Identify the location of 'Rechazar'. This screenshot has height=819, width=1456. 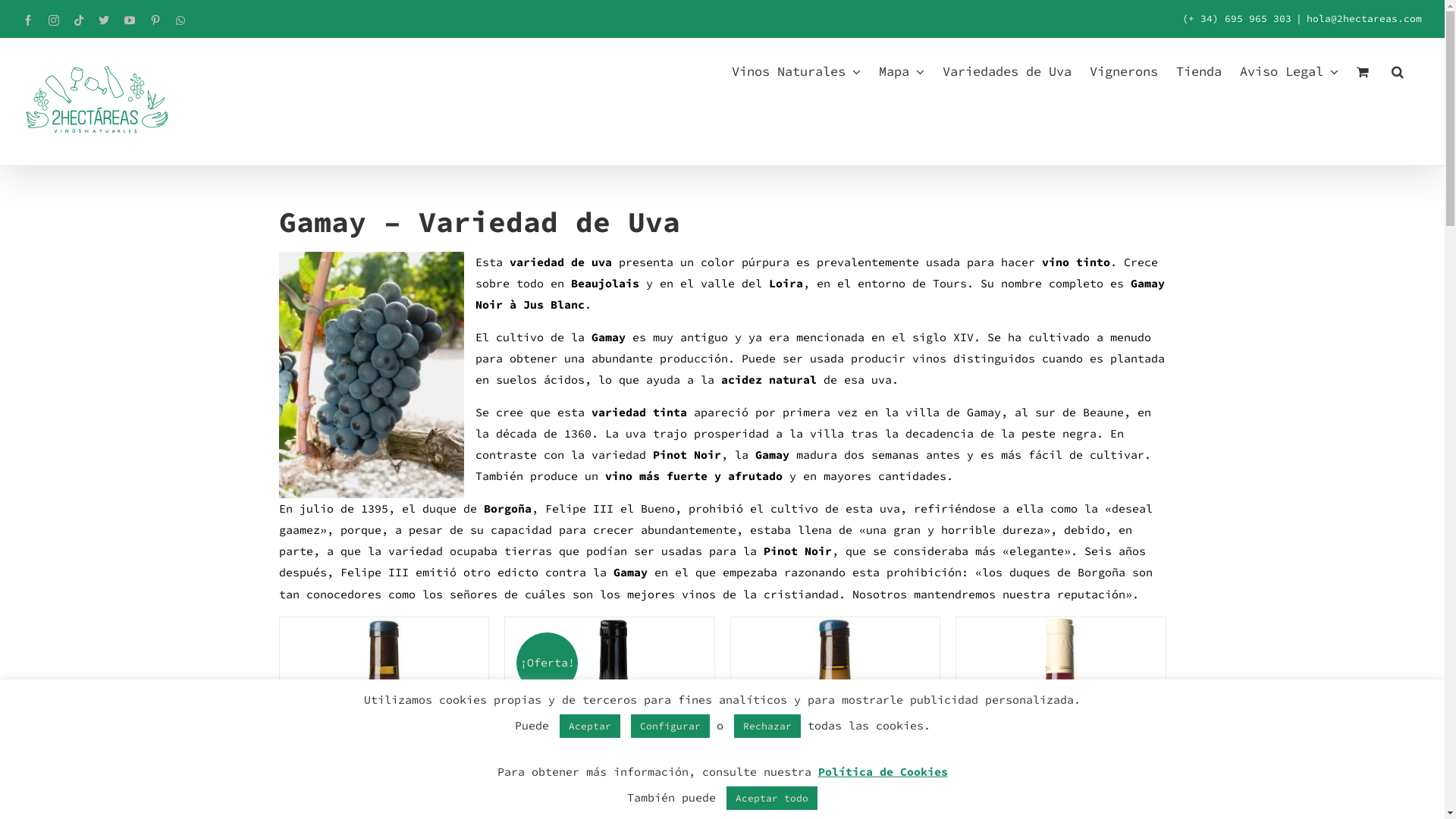
(767, 725).